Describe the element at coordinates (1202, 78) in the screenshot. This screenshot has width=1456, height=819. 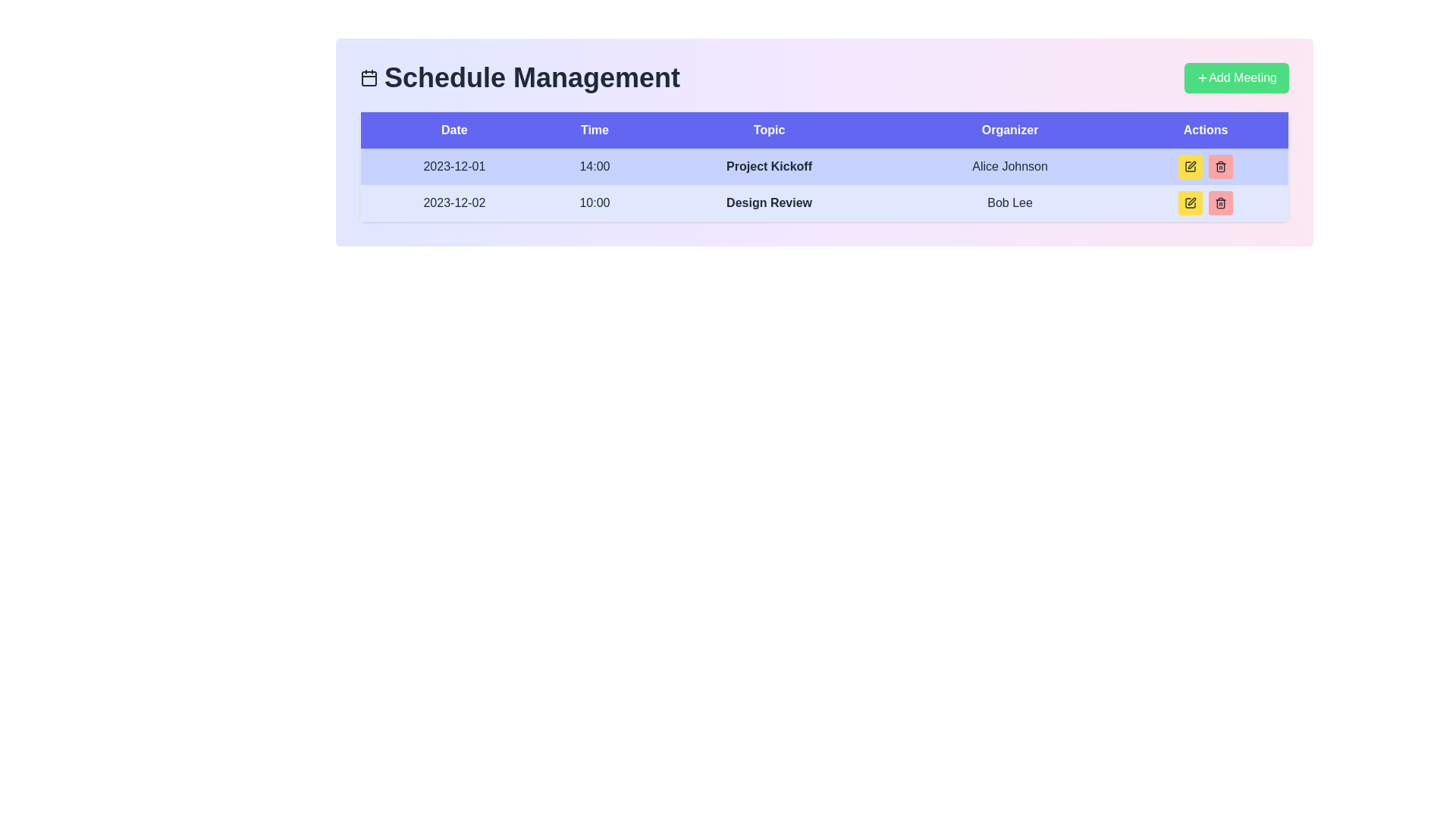
I see `the circular plus icon inside the green 'Add Meeting' button` at that location.